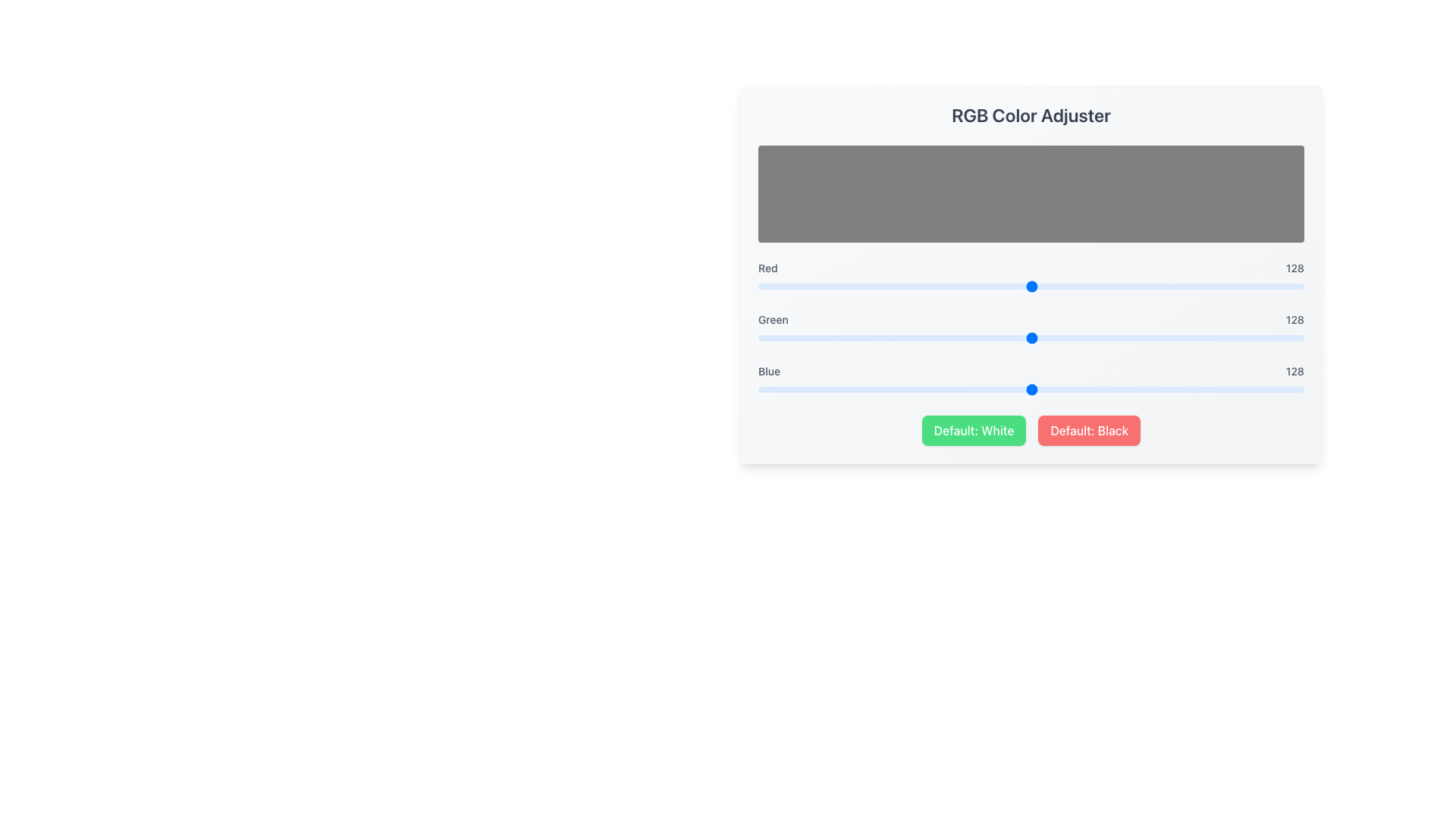  I want to click on the Red value, so click(771, 287).